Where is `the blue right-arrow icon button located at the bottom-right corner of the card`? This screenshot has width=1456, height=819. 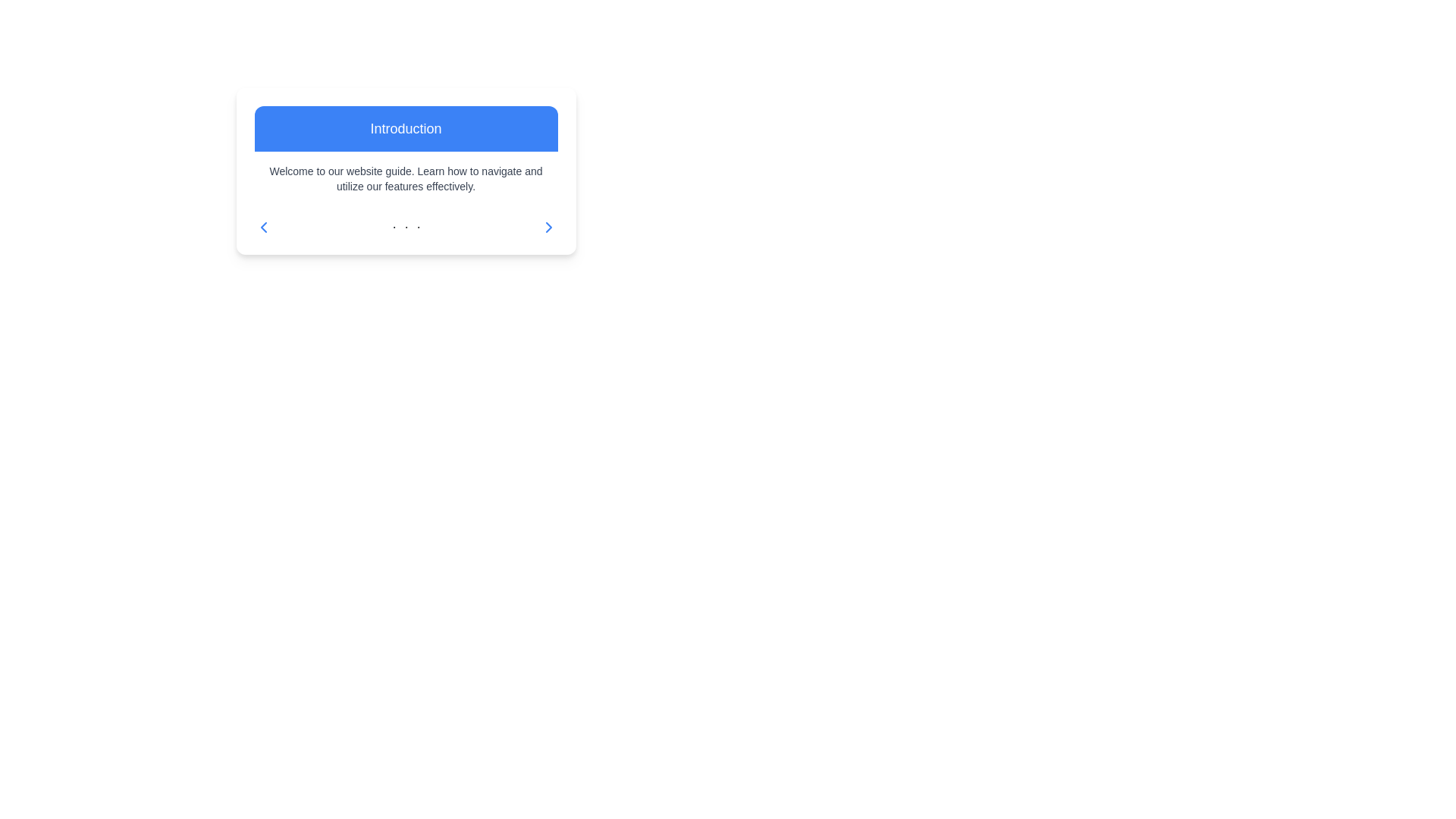 the blue right-arrow icon button located at the bottom-right corner of the card is located at coordinates (548, 227).